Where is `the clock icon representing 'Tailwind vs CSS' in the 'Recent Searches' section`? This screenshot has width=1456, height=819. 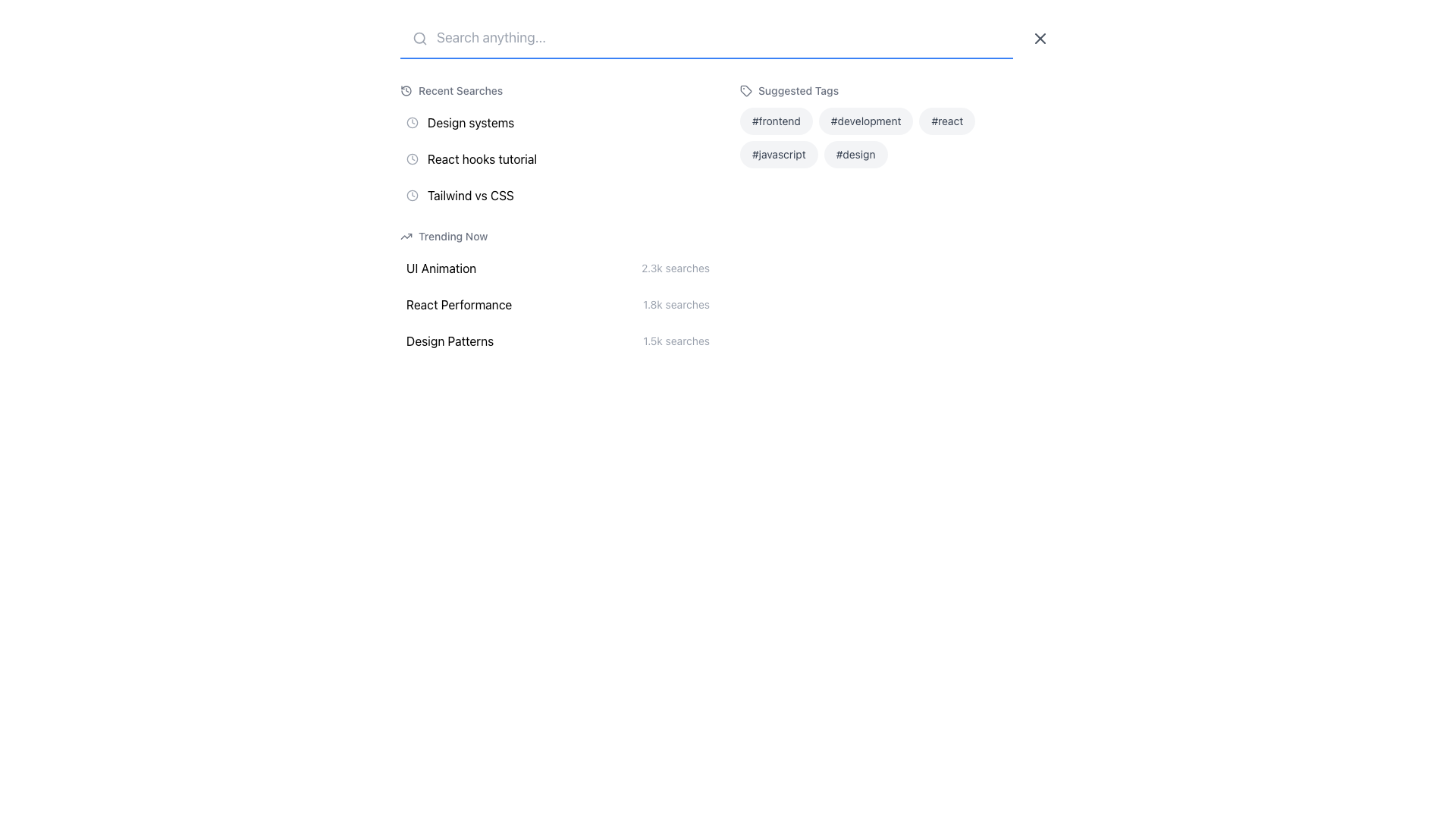
the clock icon representing 'Tailwind vs CSS' in the 'Recent Searches' section is located at coordinates (412, 195).